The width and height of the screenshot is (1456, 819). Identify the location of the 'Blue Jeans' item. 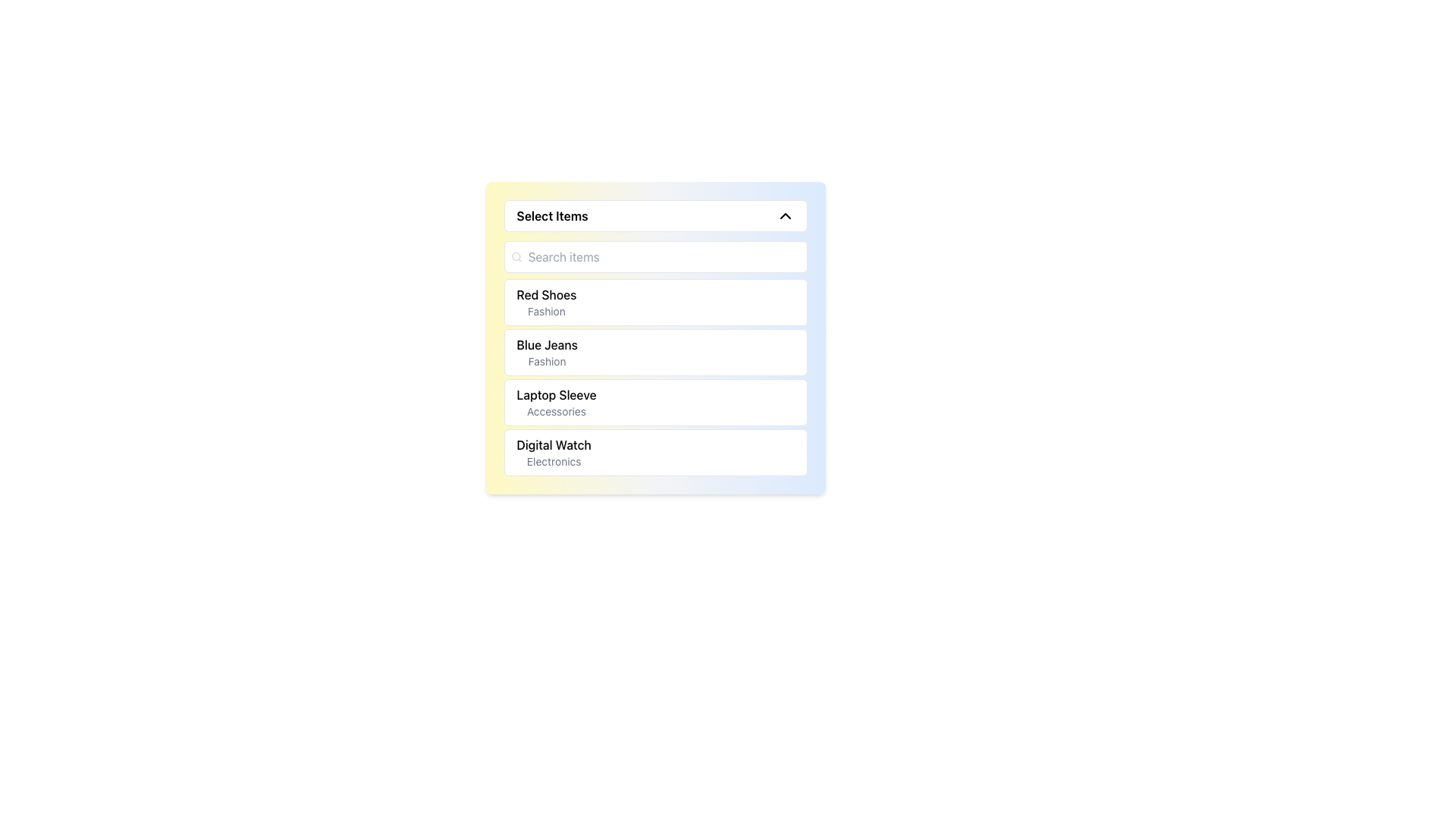
(655, 353).